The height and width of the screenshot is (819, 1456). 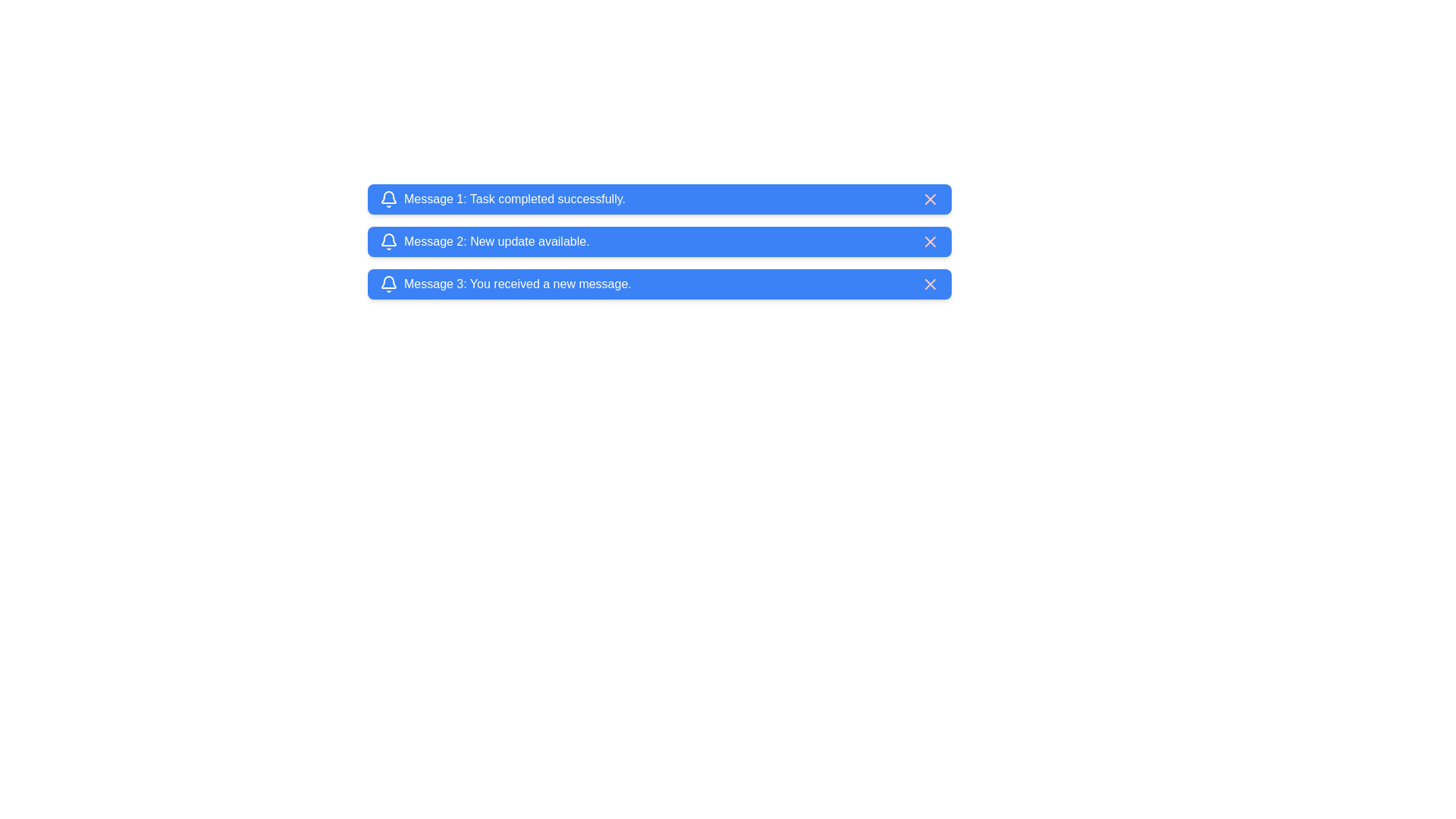 What do you see at coordinates (389, 196) in the screenshot?
I see `the lower portion of the SVG bell icon to associate with the notification item indicating 'Message 1: Task completed successfully.'` at bounding box center [389, 196].